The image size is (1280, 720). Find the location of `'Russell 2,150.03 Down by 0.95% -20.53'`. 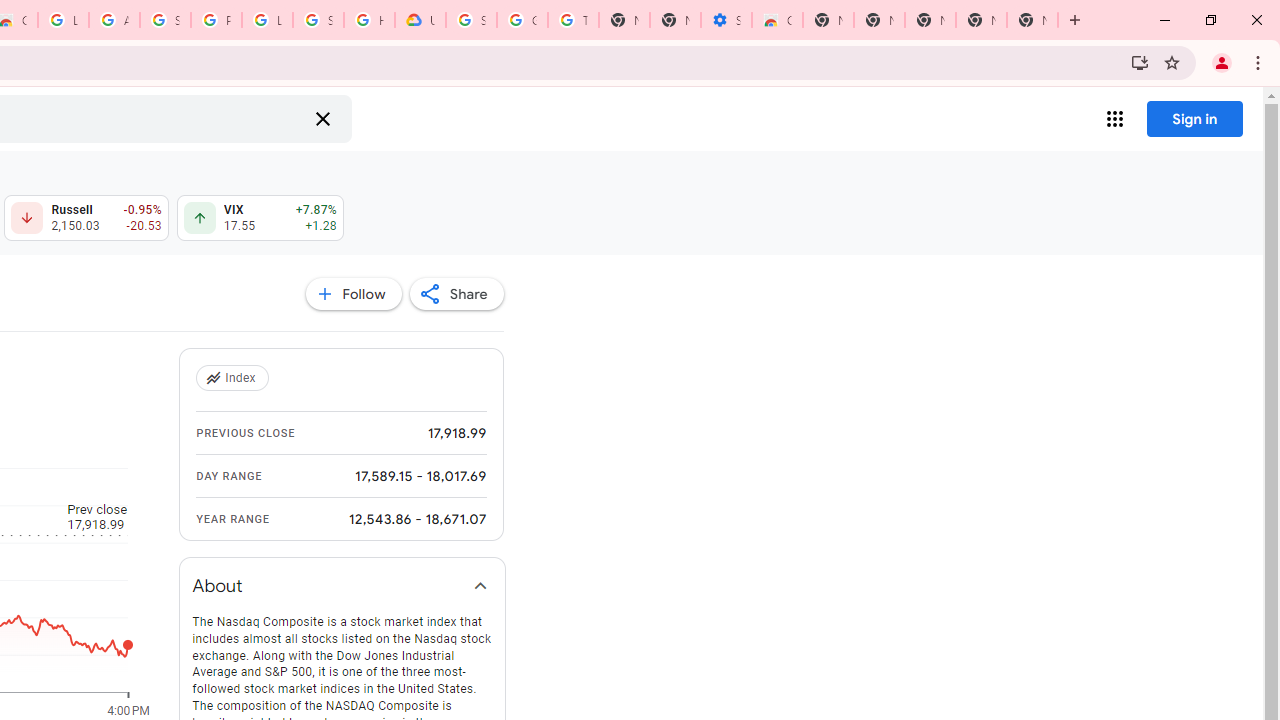

'Russell 2,150.03 Down by 0.95% -20.53' is located at coordinates (85, 218).